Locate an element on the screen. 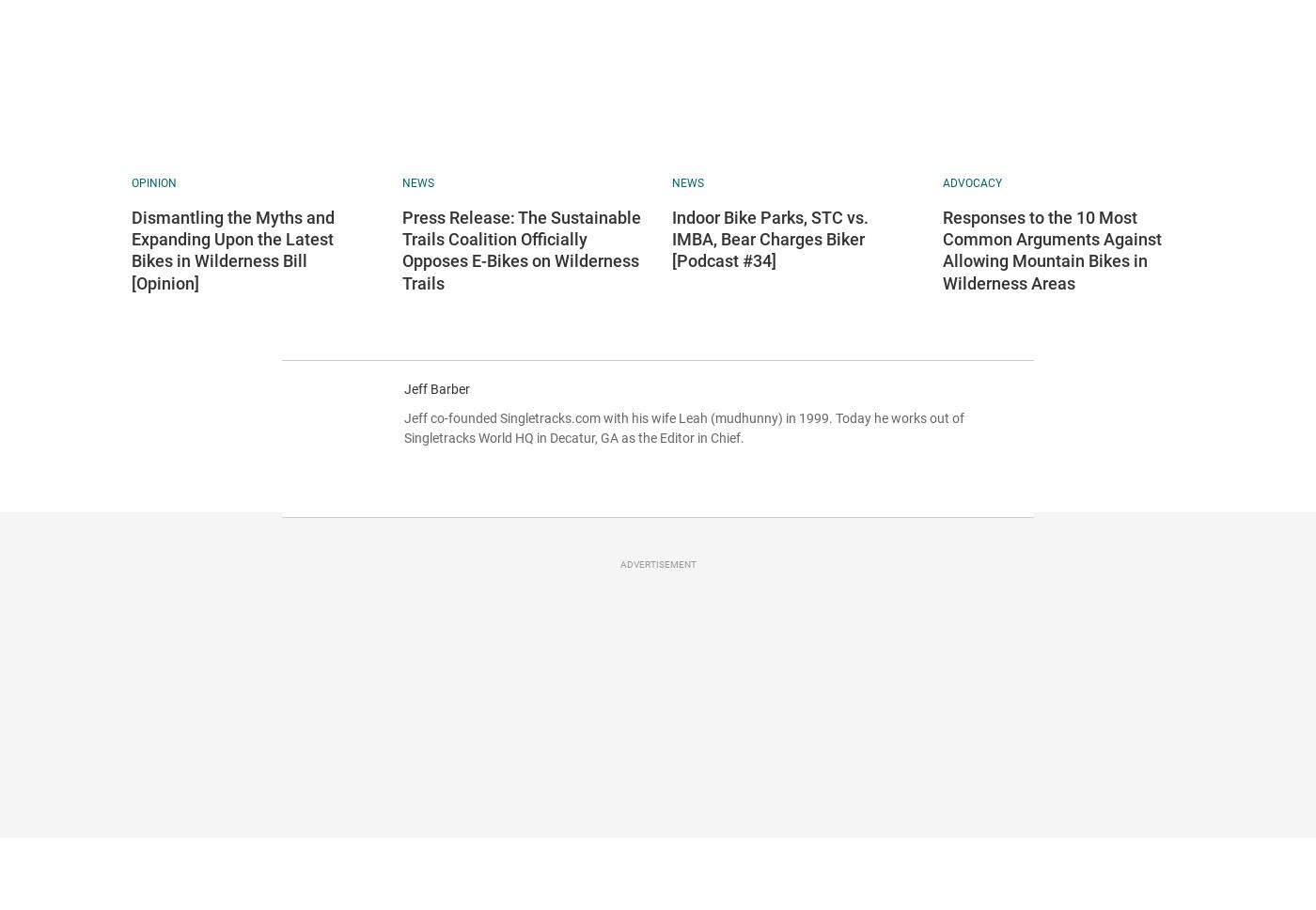 The width and height of the screenshot is (1316, 910). 'Dismantling the Myths and Expanding Upon the Latest Bikes in Wilderness Bill [Opinion]' is located at coordinates (232, 249).